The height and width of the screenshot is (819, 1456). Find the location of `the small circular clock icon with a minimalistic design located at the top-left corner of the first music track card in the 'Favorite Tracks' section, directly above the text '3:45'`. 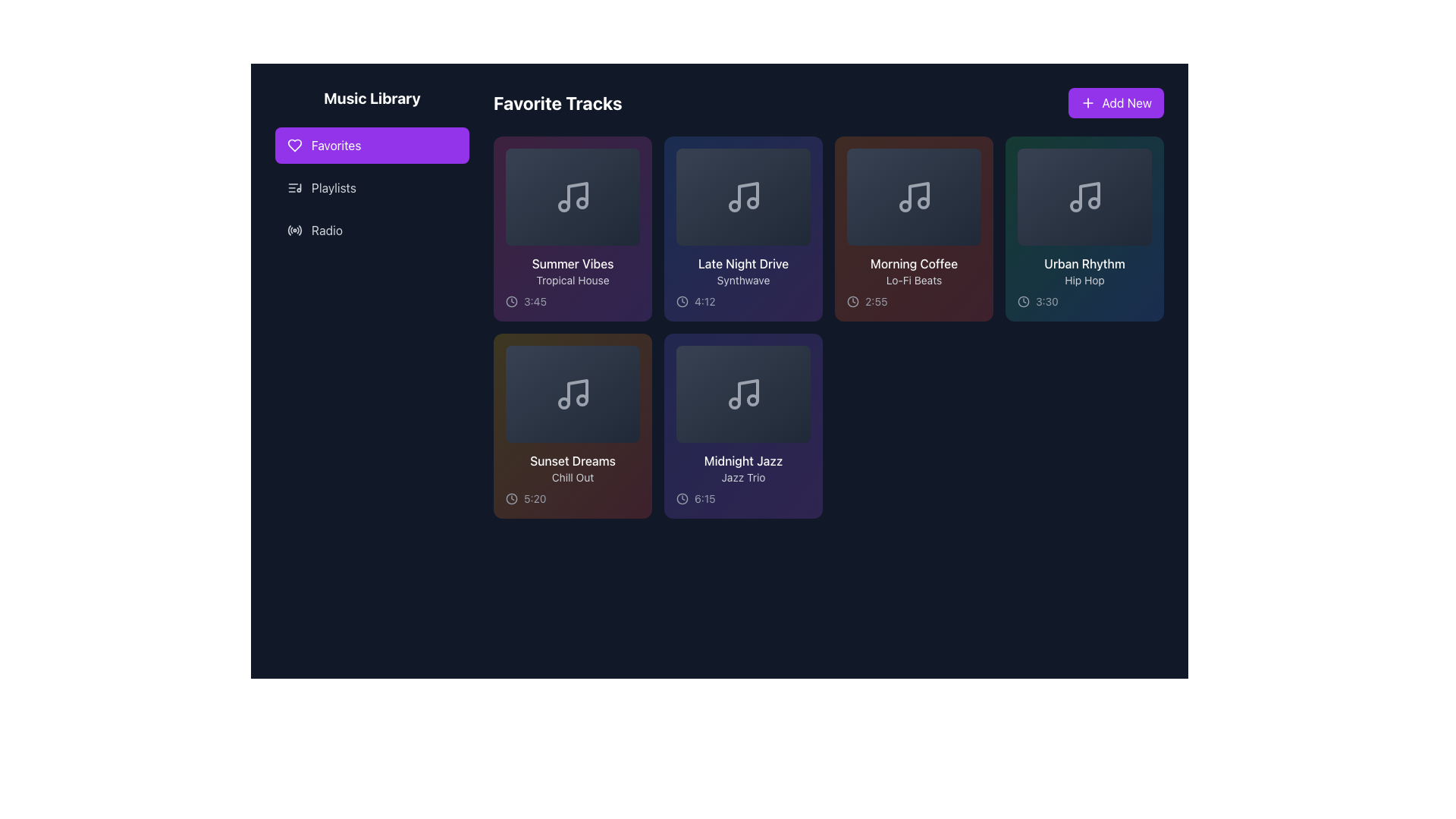

the small circular clock icon with a minimalistic design located at the top-left corner of the first music track card in the 'Favorite Tracks' section, directly above the text '3:45' is located at coordinates (512, 301).